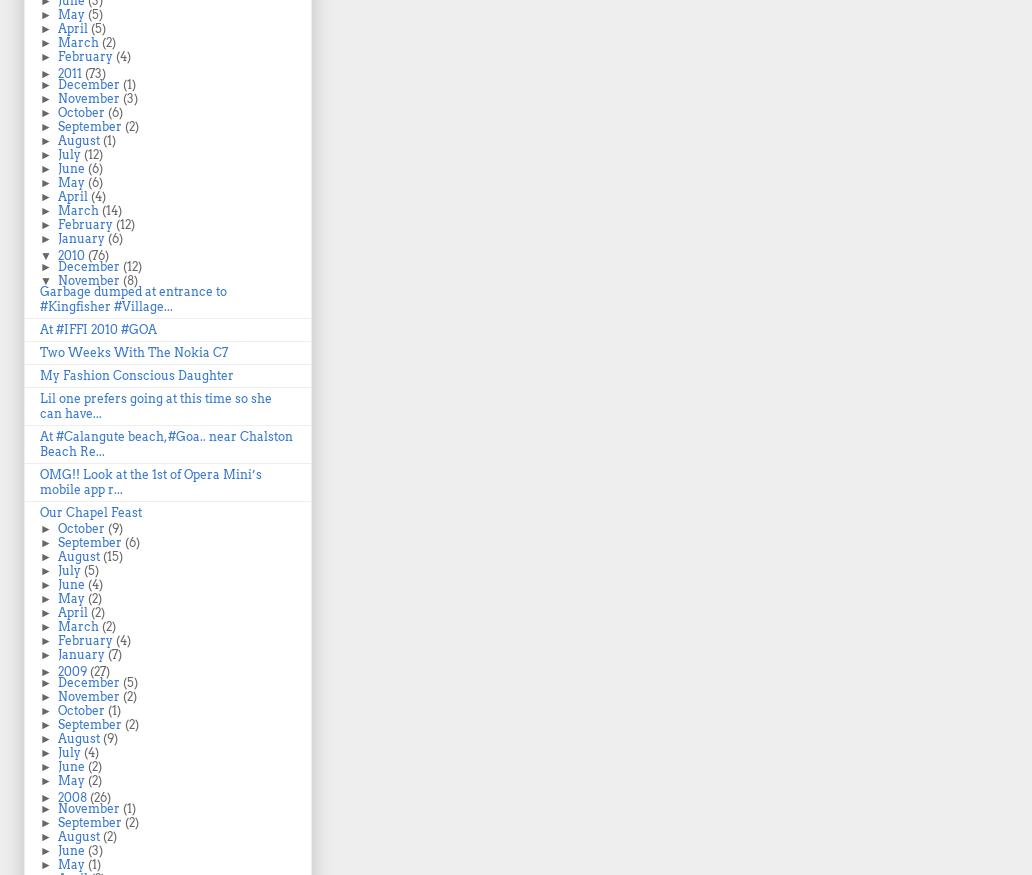  I want to click on 'Two Weeks With The Nokia C7', so click(132, 352).